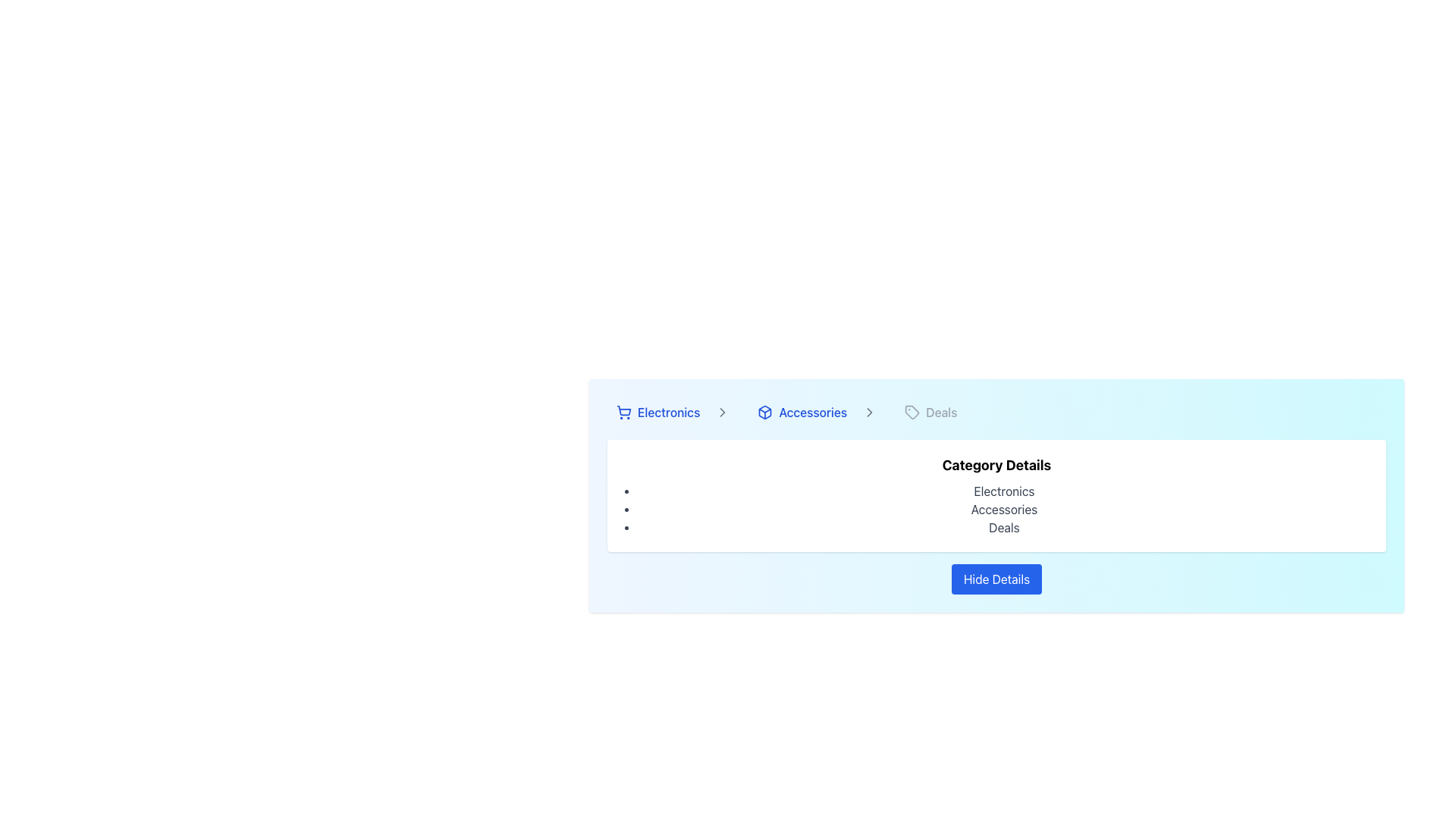 The height and width of the screenshot is (819, 1456). What do you see at coordinates (940, 412) in the screenshot?
I see `the text label displaying 'Deals' in the breadcrumb navigation bar` at bounding box center [940, 412].